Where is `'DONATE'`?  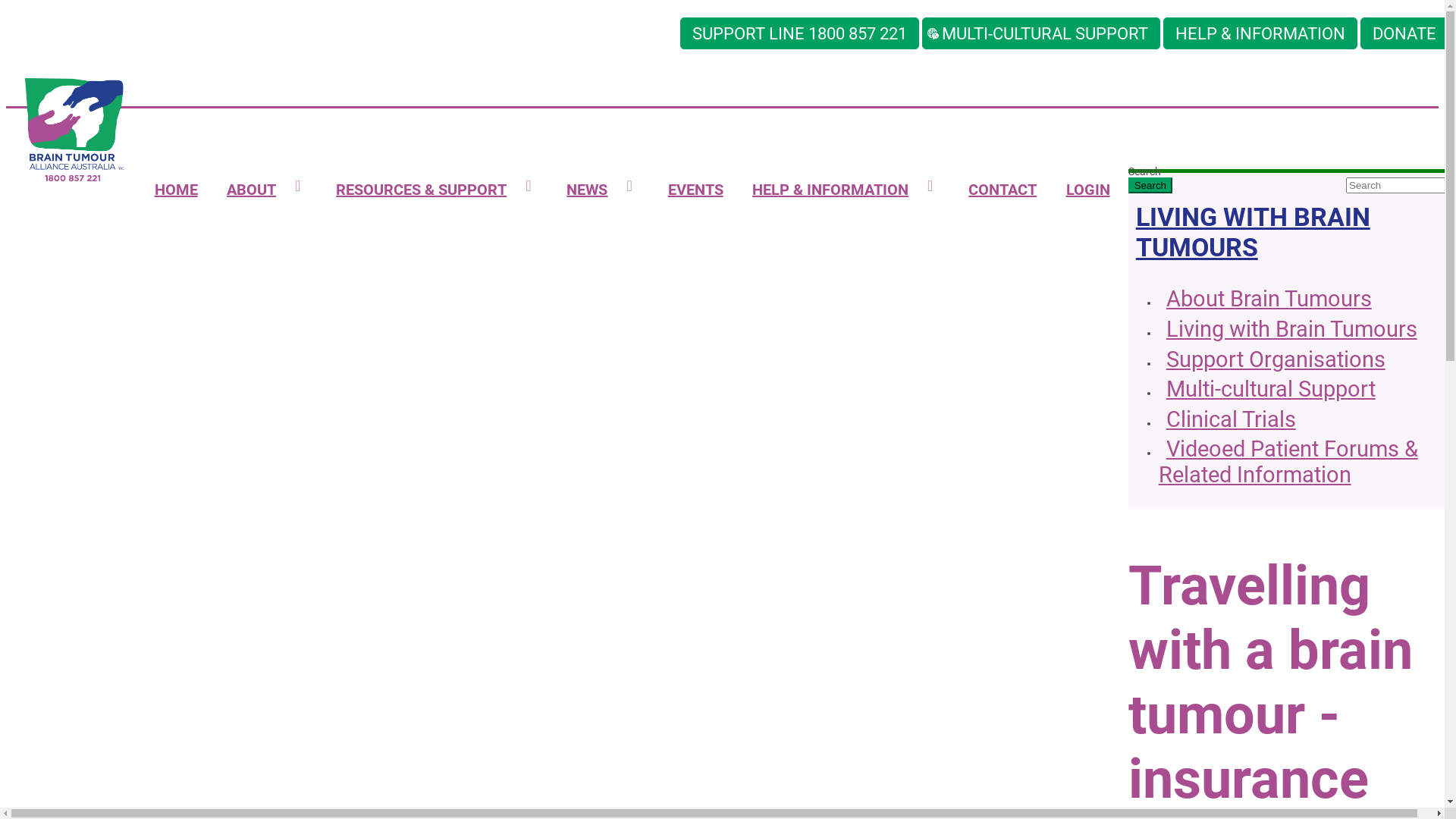
'DONATE' is located at coordinates (1404, 33).